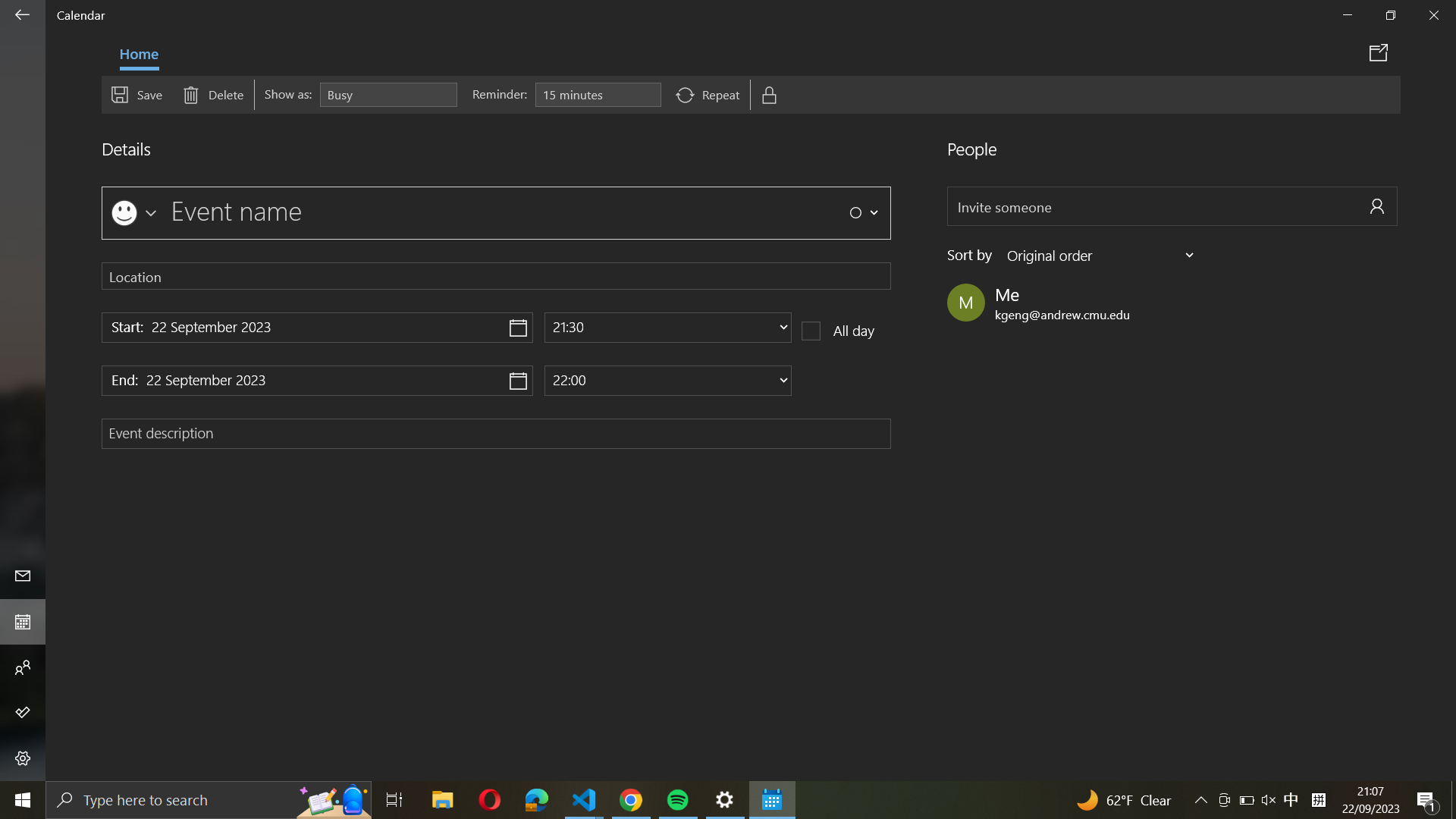 This screenshot has height=819, width=1456. What do you see at coordinates (1381, 52) in the screenshot?
I see `Propagate event particulars via the calendar tool` at bounding box center [1381, 52].